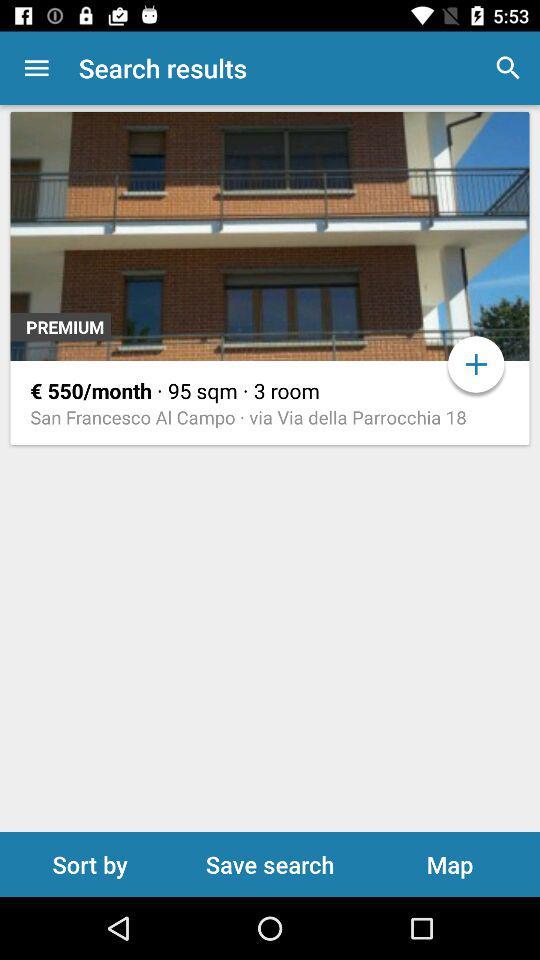  Describe the element at coordinates (89, 863) in the screenshot. I see `icon below san francesco al item` at that location.